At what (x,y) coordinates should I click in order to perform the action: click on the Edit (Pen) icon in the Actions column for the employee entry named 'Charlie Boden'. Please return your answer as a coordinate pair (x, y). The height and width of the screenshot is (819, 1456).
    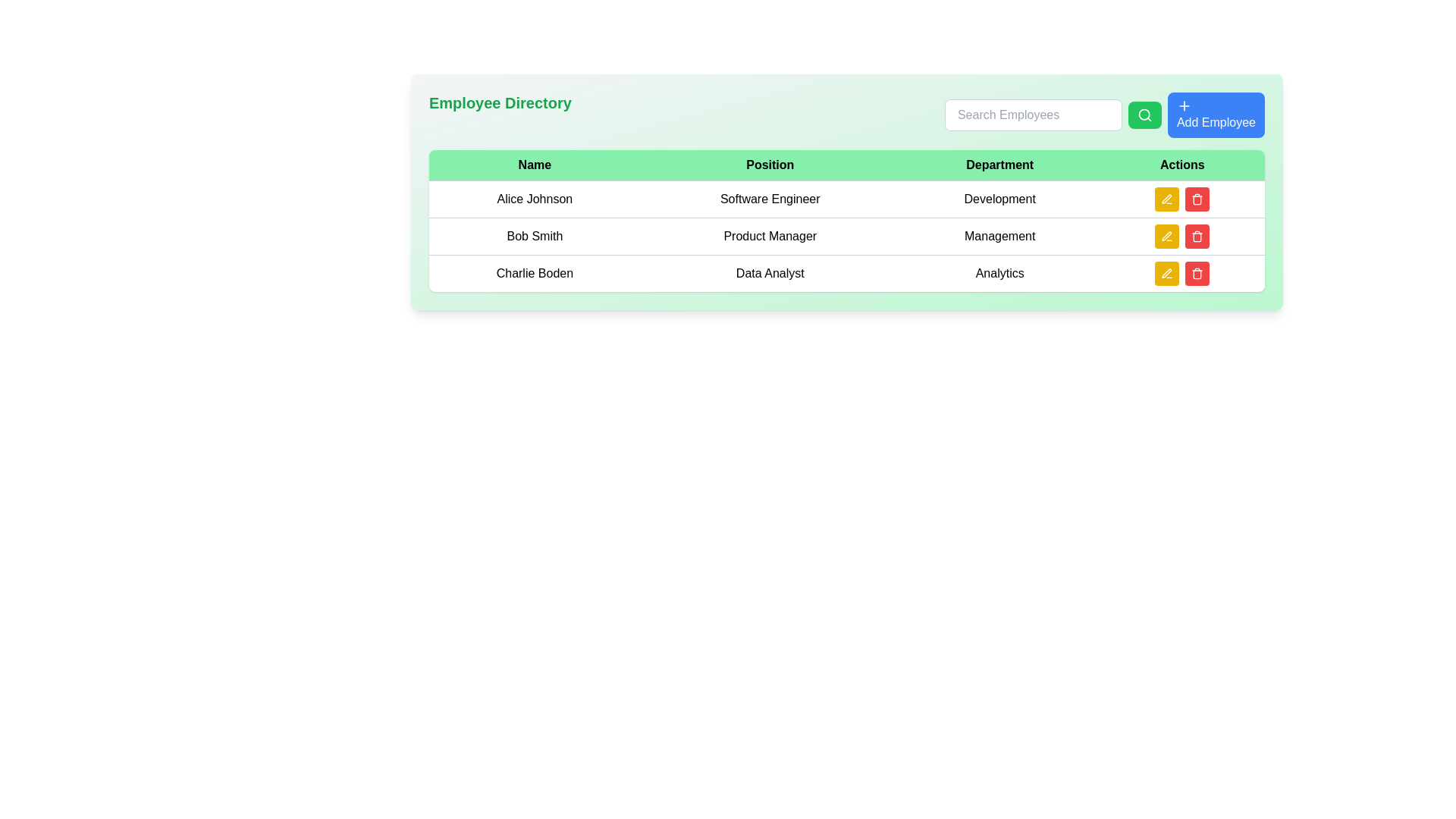
    Looking at the image, I should click on (1166, 273).